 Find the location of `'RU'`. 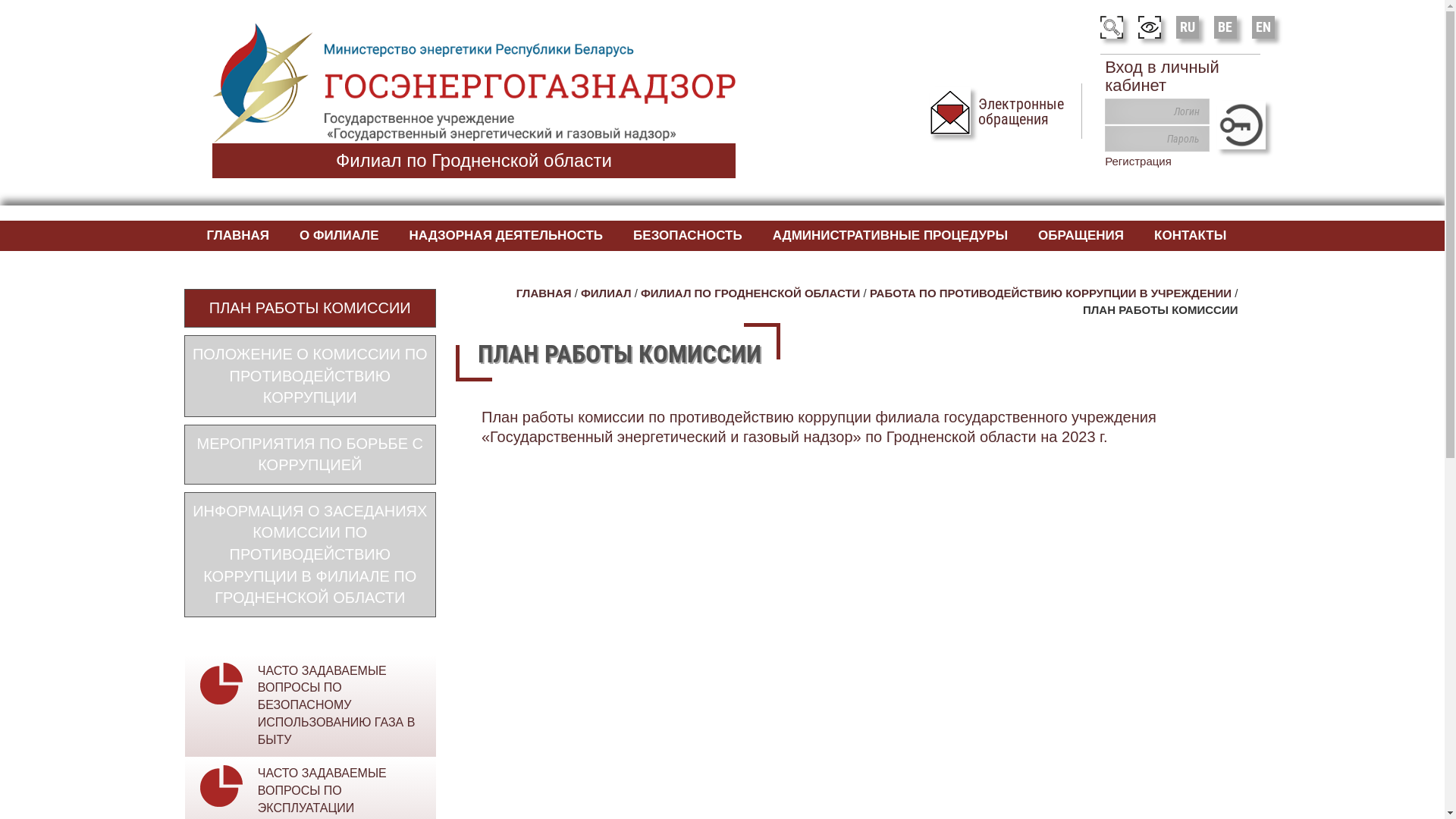

'RU' is located at coordinates (1186, 26).